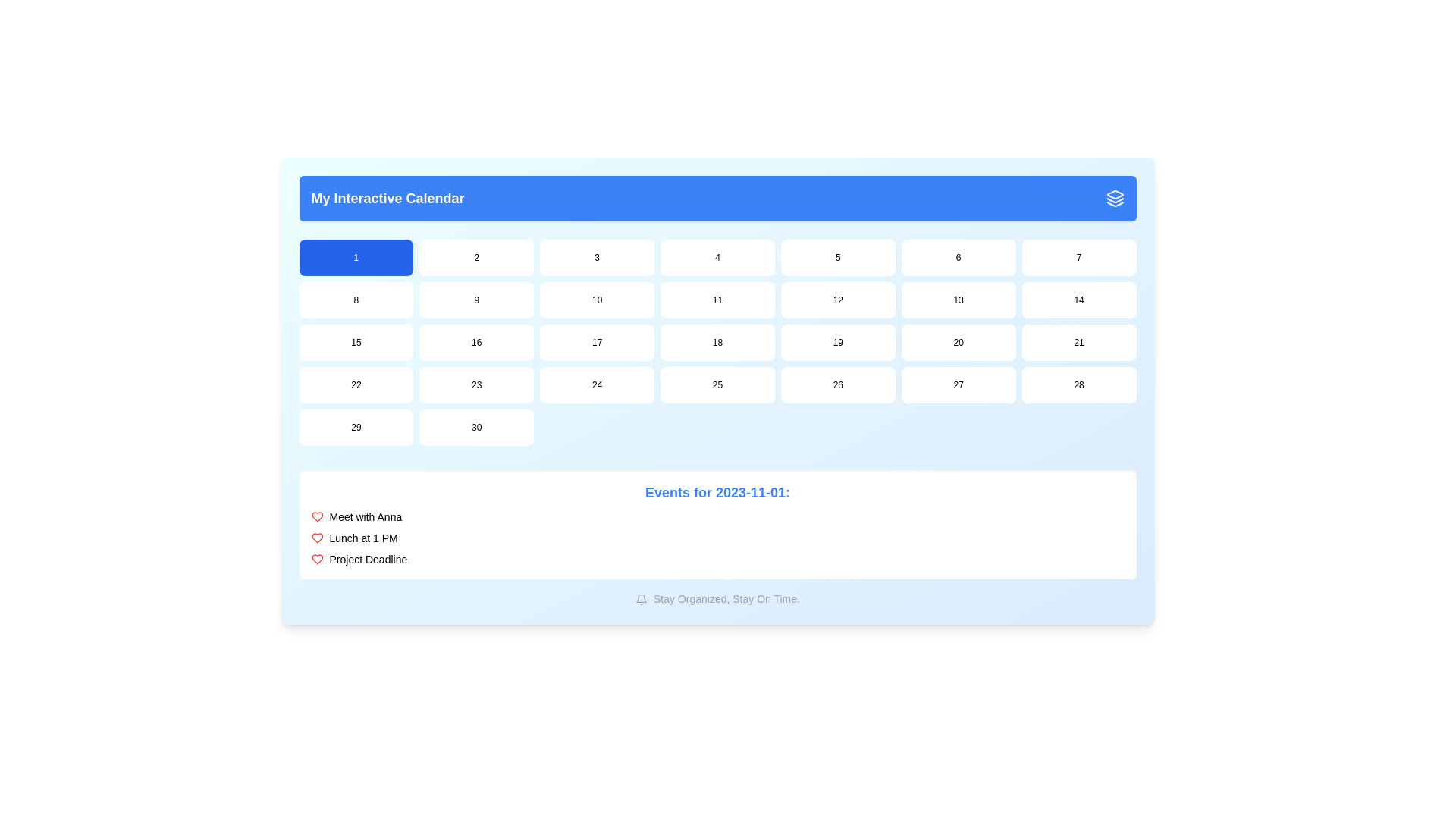  Describe the element at coordinates (316, 516) in the screenshot. I see `the heart icon styled in red color, which is positioned to the left of the 'Meet with Anna' text in the events list` at that location.